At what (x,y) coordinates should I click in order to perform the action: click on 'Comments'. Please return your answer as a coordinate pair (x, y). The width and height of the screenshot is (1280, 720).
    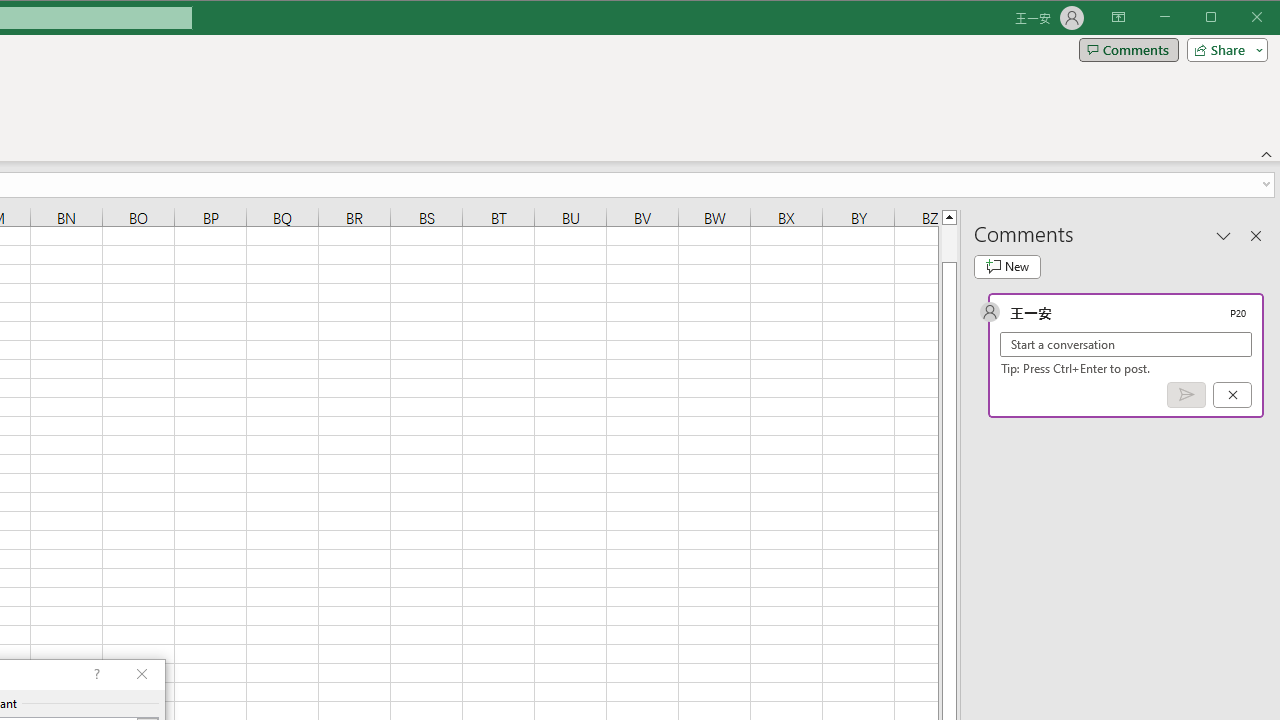
    Looking at the image, I should click on (1128, 49).